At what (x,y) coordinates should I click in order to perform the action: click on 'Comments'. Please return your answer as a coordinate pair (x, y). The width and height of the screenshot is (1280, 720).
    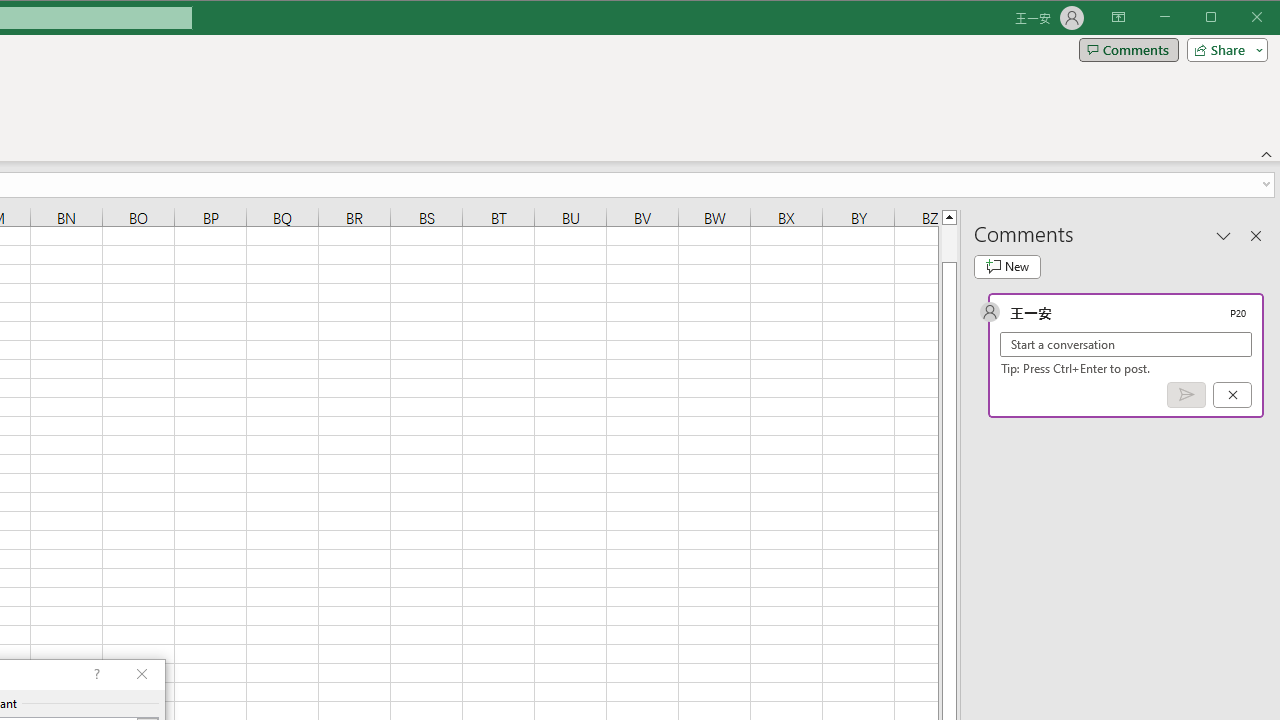
    Looking at the image, I should click on (1128, 49).